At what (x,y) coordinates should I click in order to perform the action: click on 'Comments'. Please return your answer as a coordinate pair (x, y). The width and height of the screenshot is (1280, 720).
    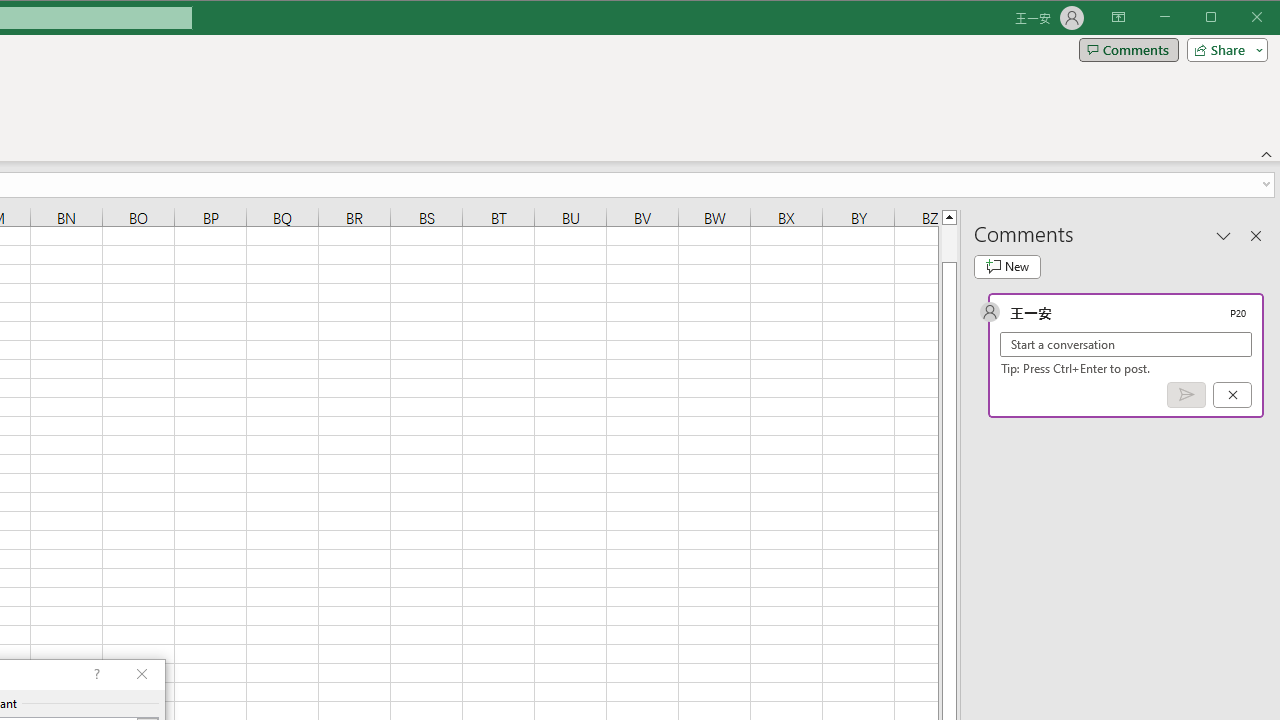
    Looking at the image, I should click on (1128, 49).